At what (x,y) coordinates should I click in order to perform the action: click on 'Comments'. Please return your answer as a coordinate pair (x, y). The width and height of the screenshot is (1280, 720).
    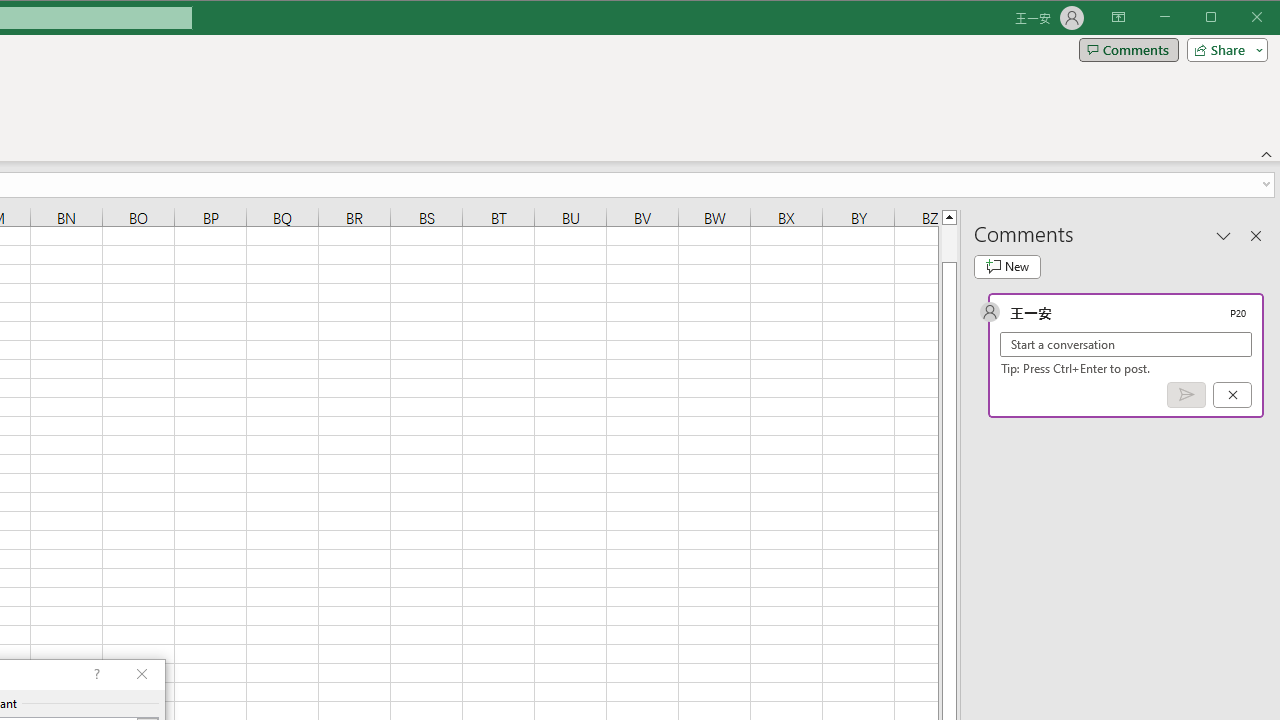
    Looking at the image, I should click on (1128, 49).